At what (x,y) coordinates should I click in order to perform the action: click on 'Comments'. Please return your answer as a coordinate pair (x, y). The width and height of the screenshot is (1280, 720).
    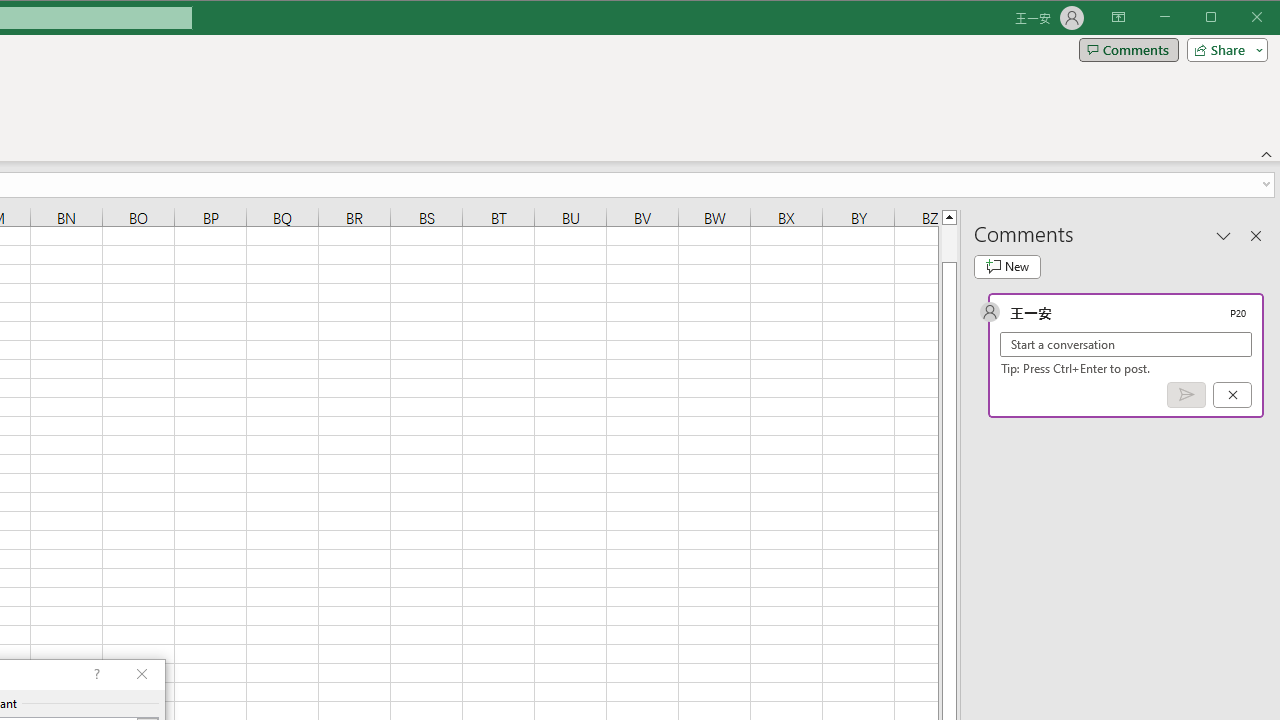
    Looking at the image, I should click on (1128, 49).